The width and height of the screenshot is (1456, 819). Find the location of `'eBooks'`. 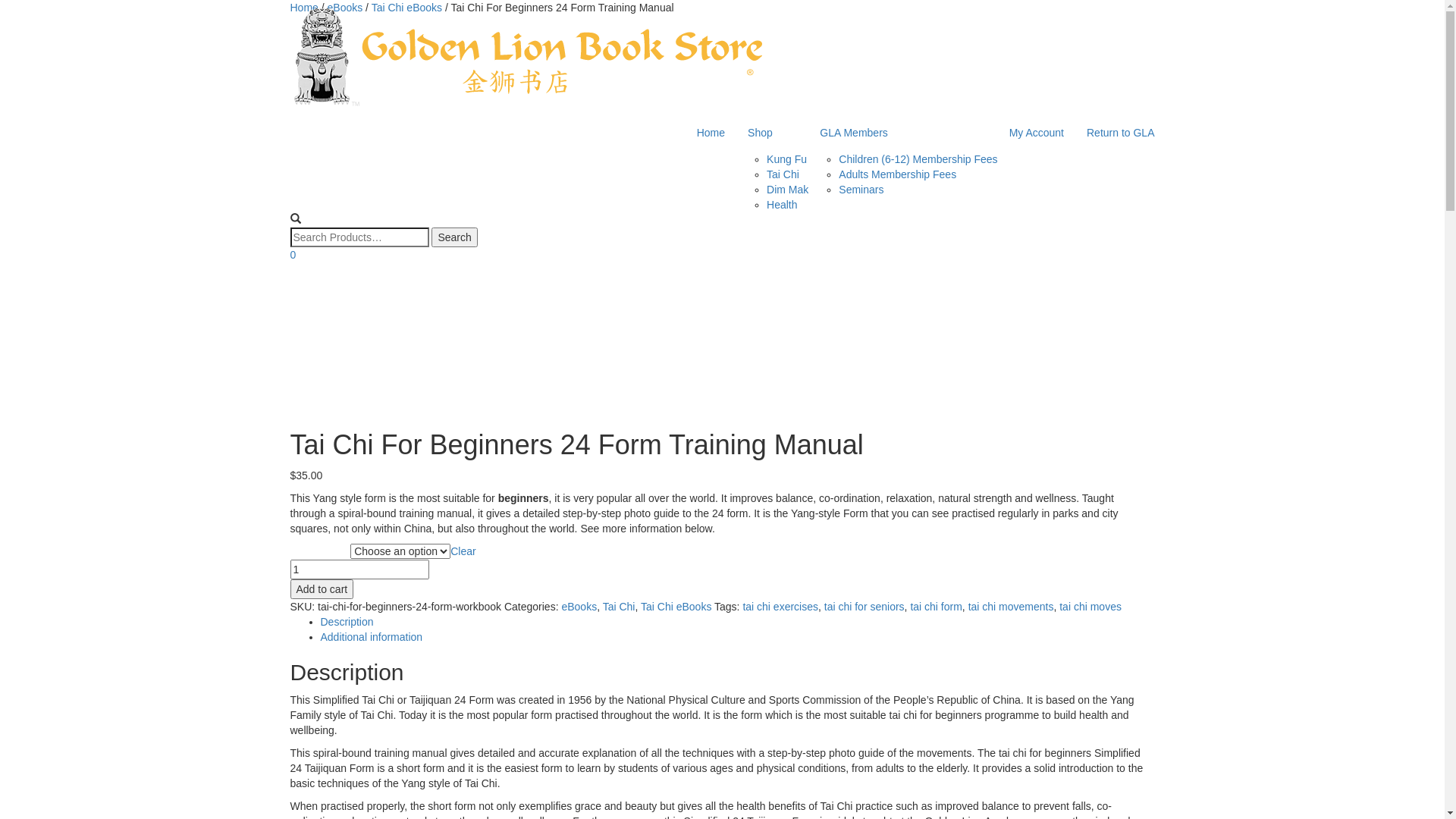

'eBooks' is located at coordinates (344, 8).